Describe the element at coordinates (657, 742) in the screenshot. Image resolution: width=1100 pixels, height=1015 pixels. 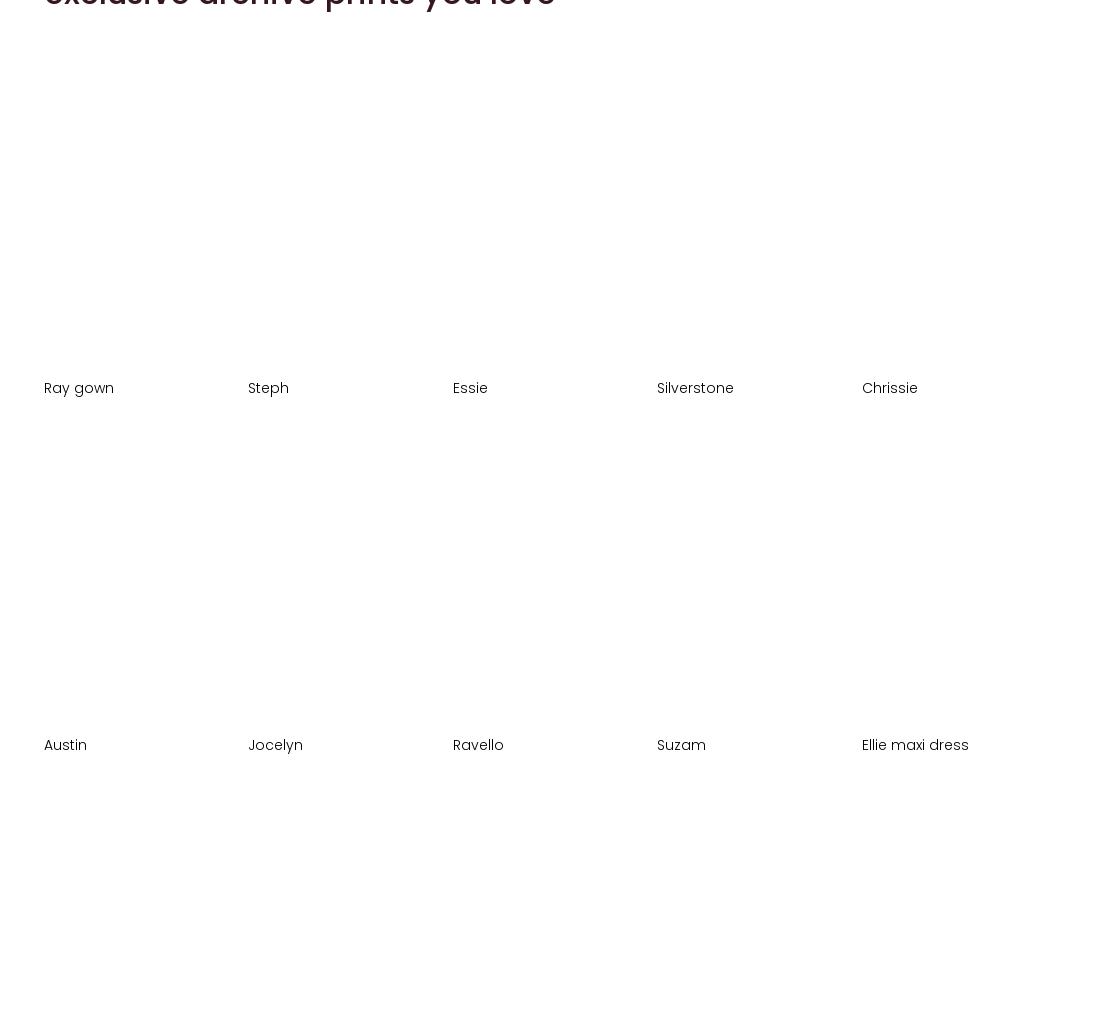
I see `'Suzam'` at that location.